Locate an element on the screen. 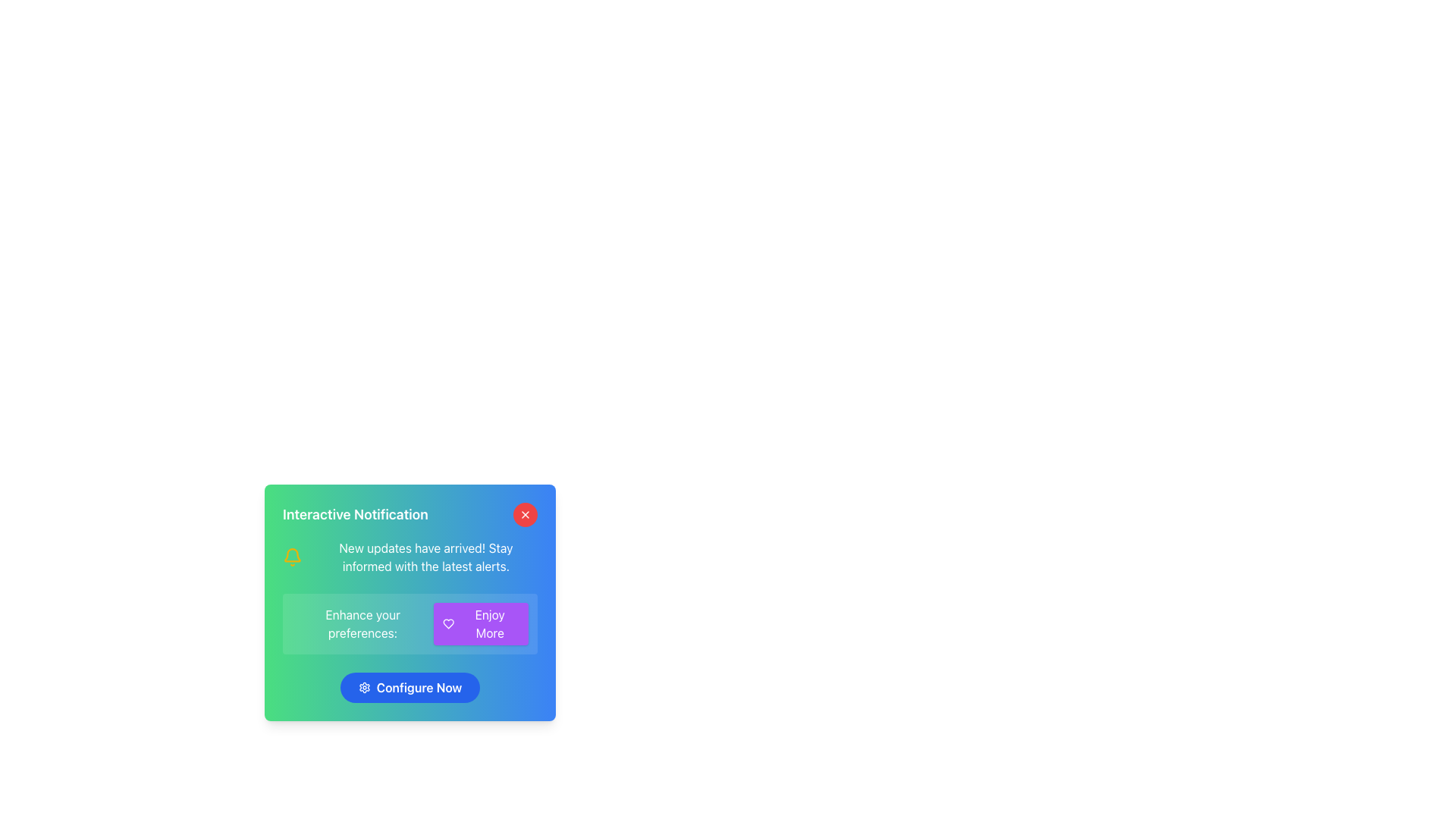  the notification icon is located at coordinates (292, 557).